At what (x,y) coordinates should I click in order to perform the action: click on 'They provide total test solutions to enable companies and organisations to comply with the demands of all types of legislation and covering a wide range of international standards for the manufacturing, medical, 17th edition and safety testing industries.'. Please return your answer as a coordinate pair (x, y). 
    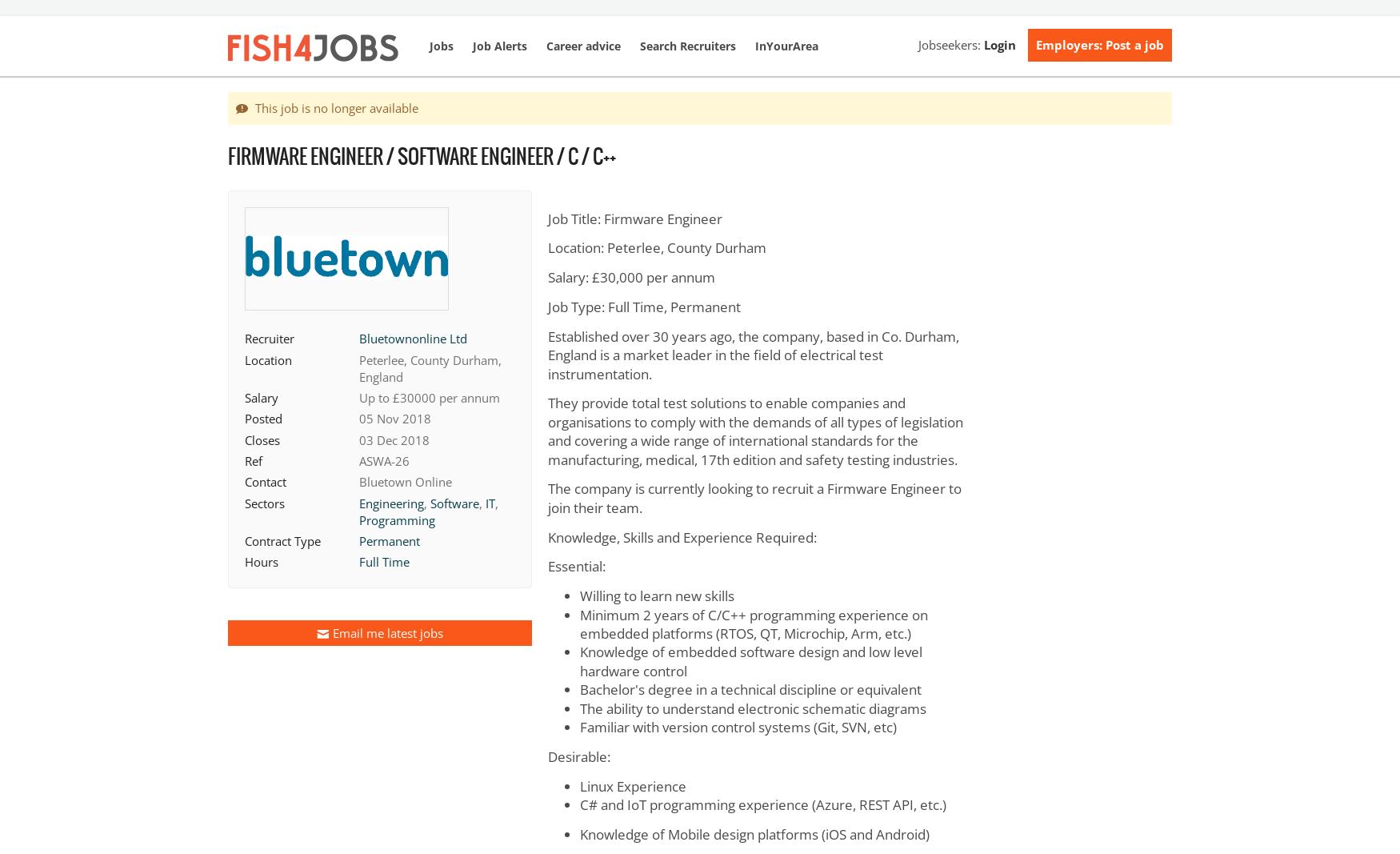
    Looking at the image, I should click on (754, 431).